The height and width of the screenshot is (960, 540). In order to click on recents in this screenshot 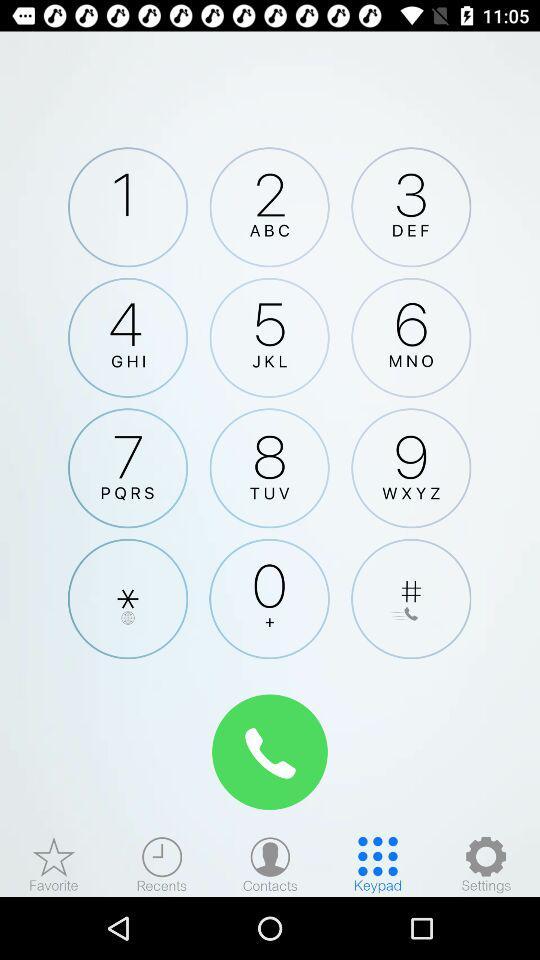, I will do `click(161, 863)`.